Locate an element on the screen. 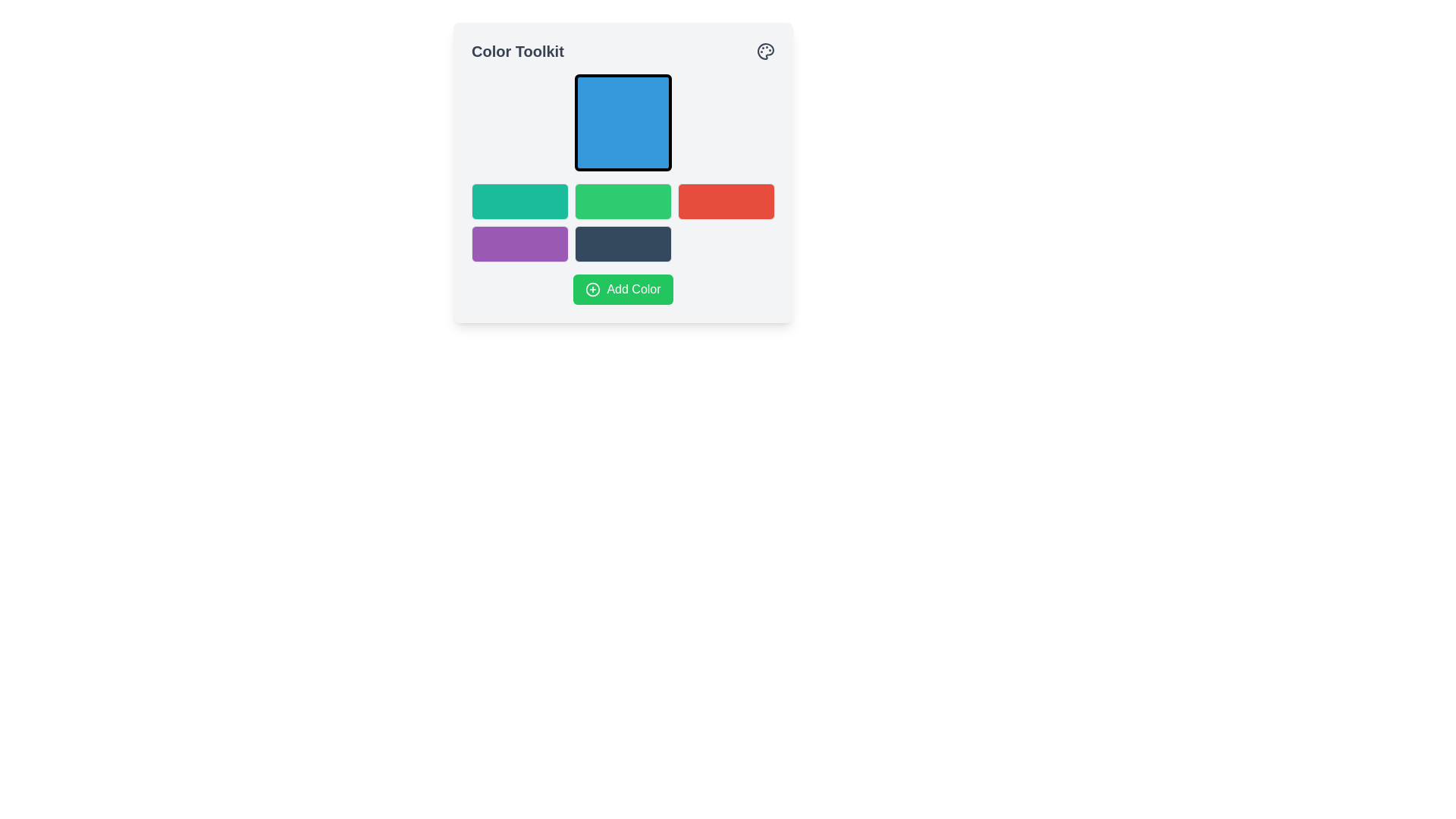 The image size is (1456, 819). the painter's palette icon located in the top-right corner of the primary interface panel, adjacent above the title 'Color Toolkit' is located at coordinates (765, 51).